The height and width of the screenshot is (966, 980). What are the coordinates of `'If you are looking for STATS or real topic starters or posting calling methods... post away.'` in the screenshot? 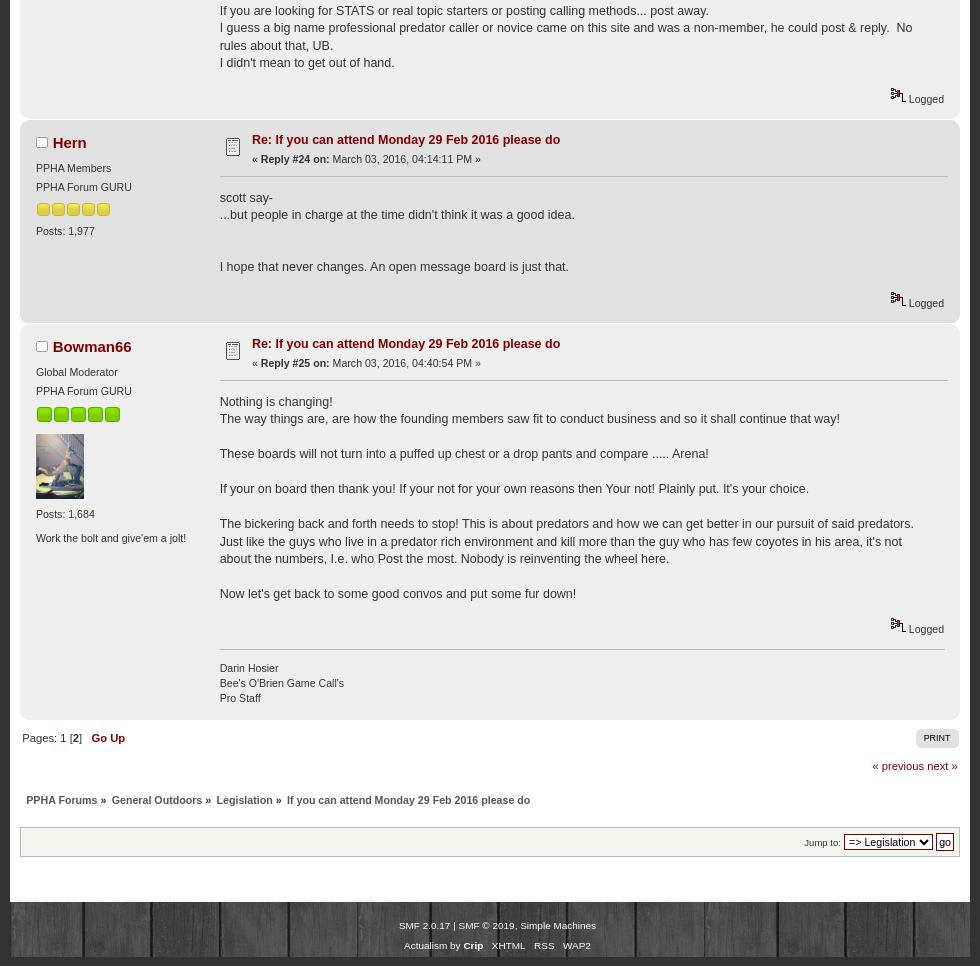 It's located at (463, 9).